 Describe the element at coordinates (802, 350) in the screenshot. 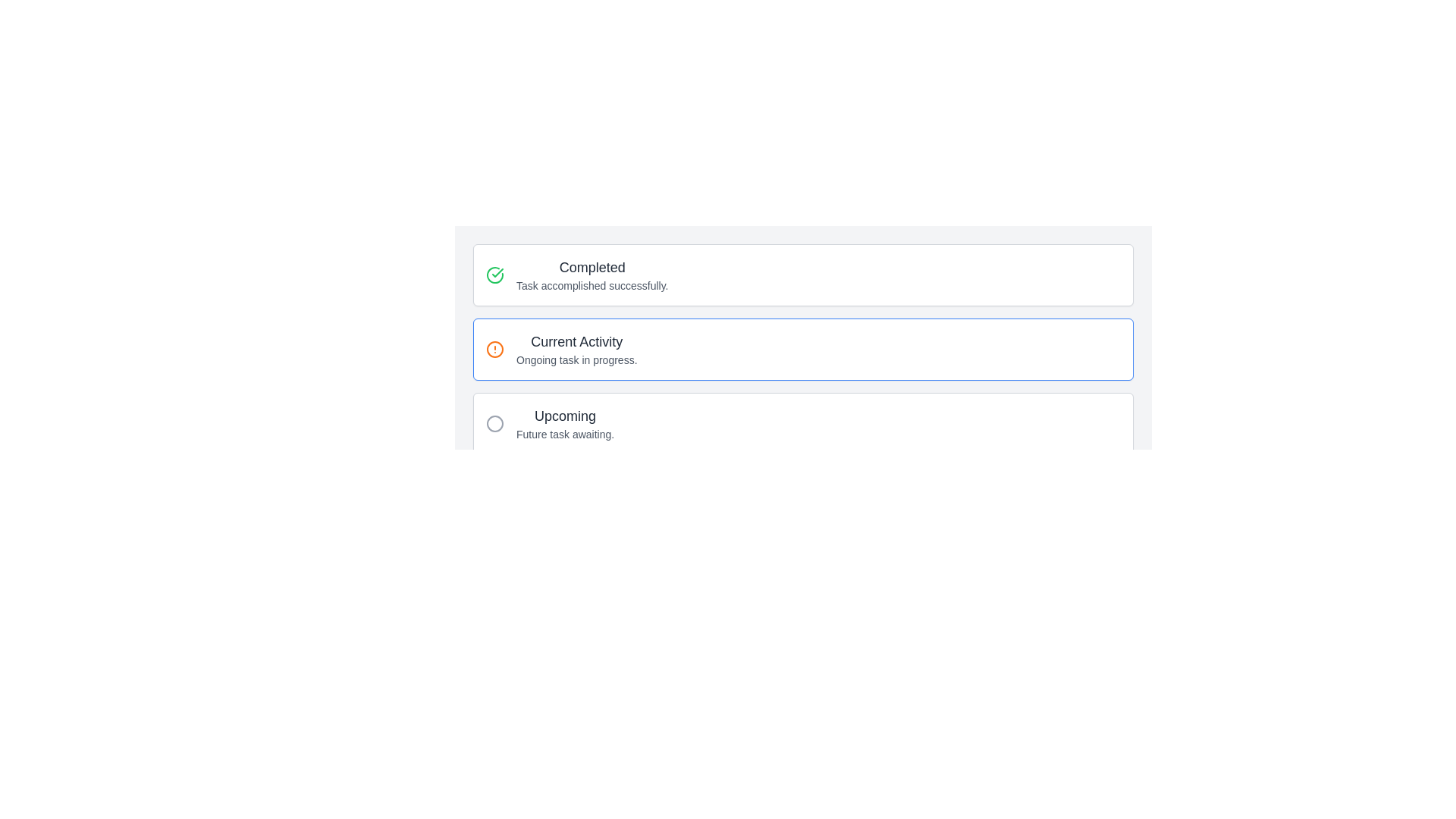

I see `the Informational Card, which is the second item in a vertical list of three cards, located between the 'Completed' and 'Upcoming' cards` at that location.